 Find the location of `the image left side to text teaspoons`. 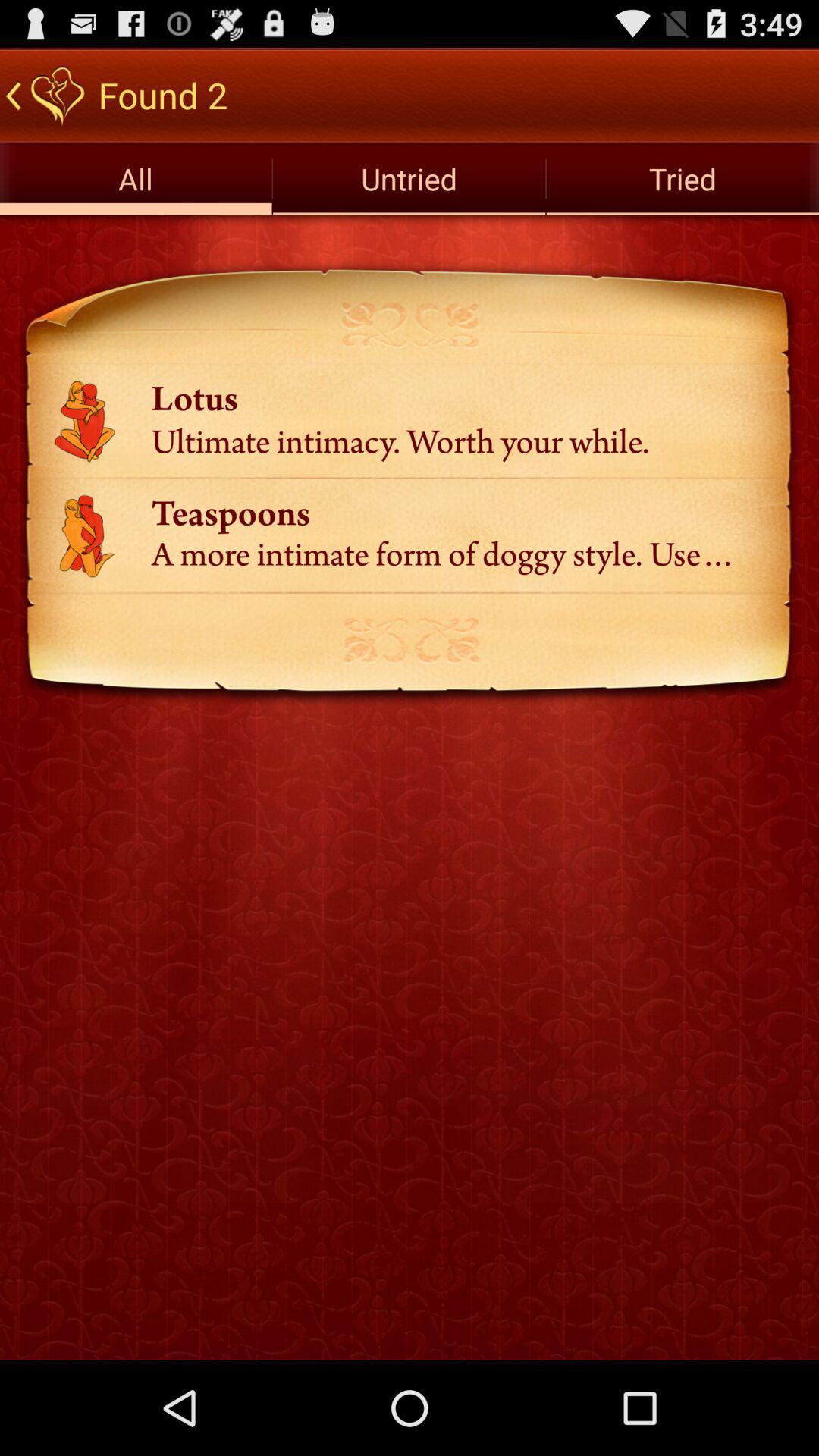

the image left side to text teaspoons is located at coordinates (85, 536).